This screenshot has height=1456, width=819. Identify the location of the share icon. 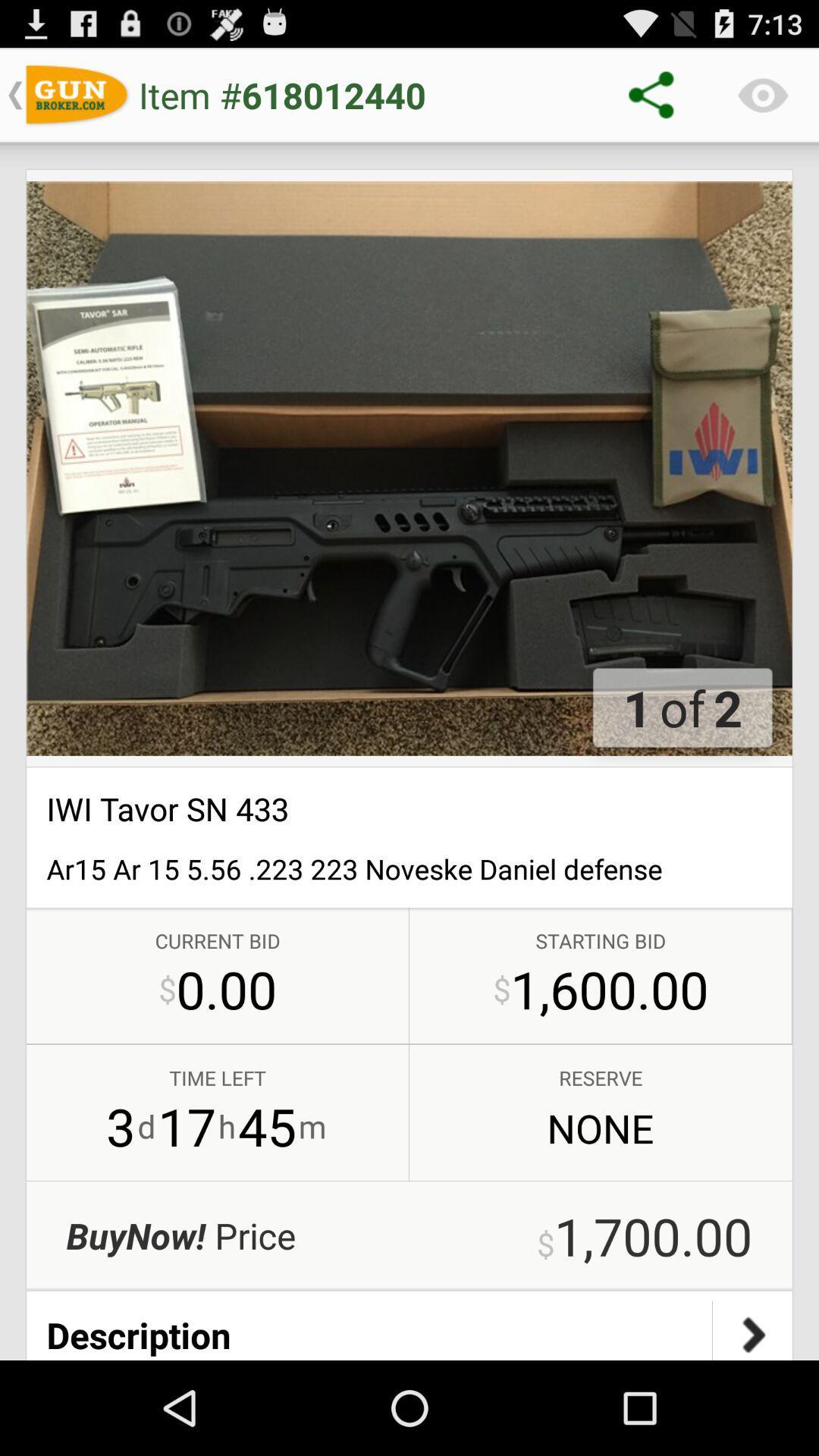
(651, 94).